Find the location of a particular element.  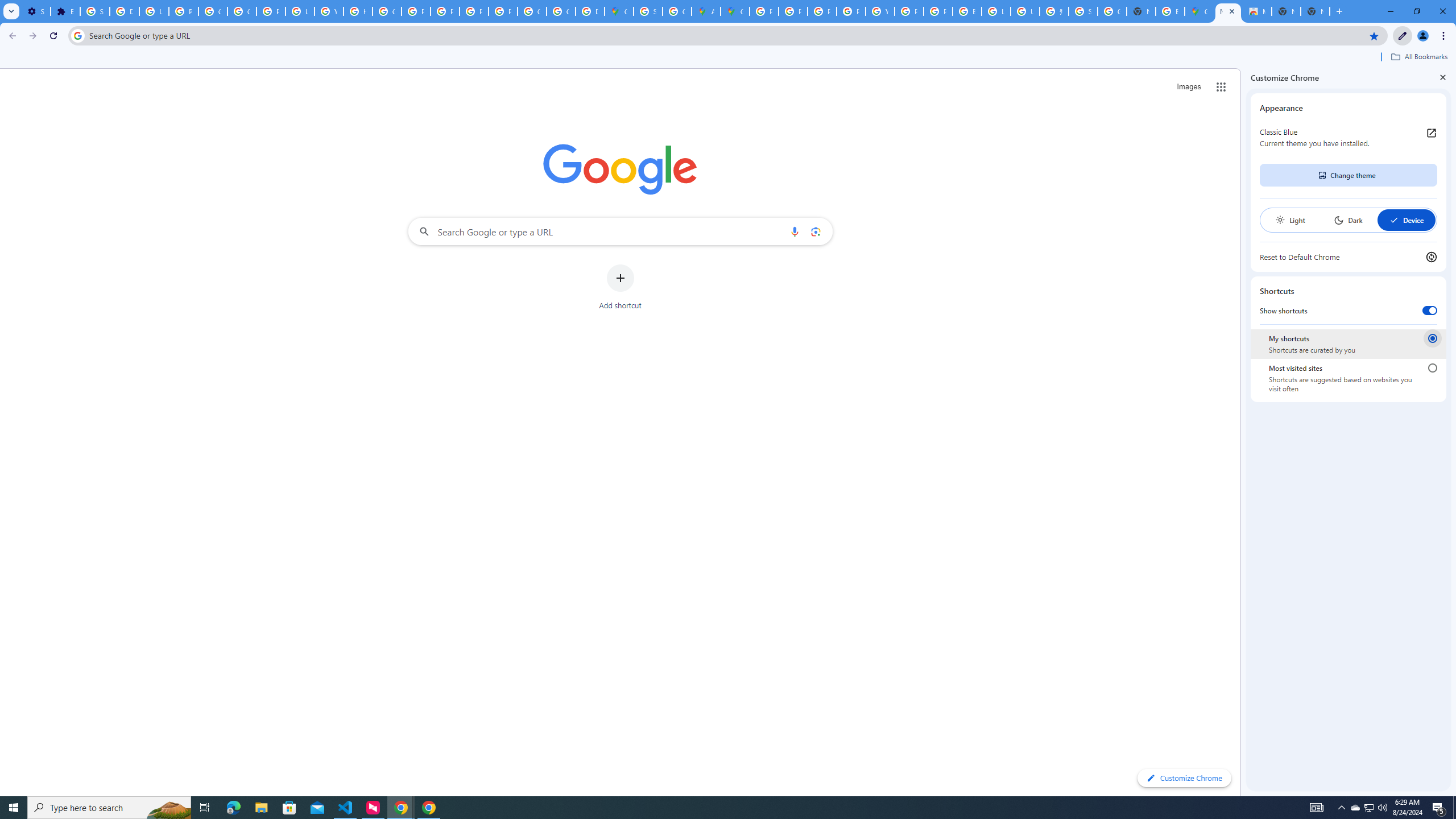

'Dark' is located at coordinates (1347, 220).